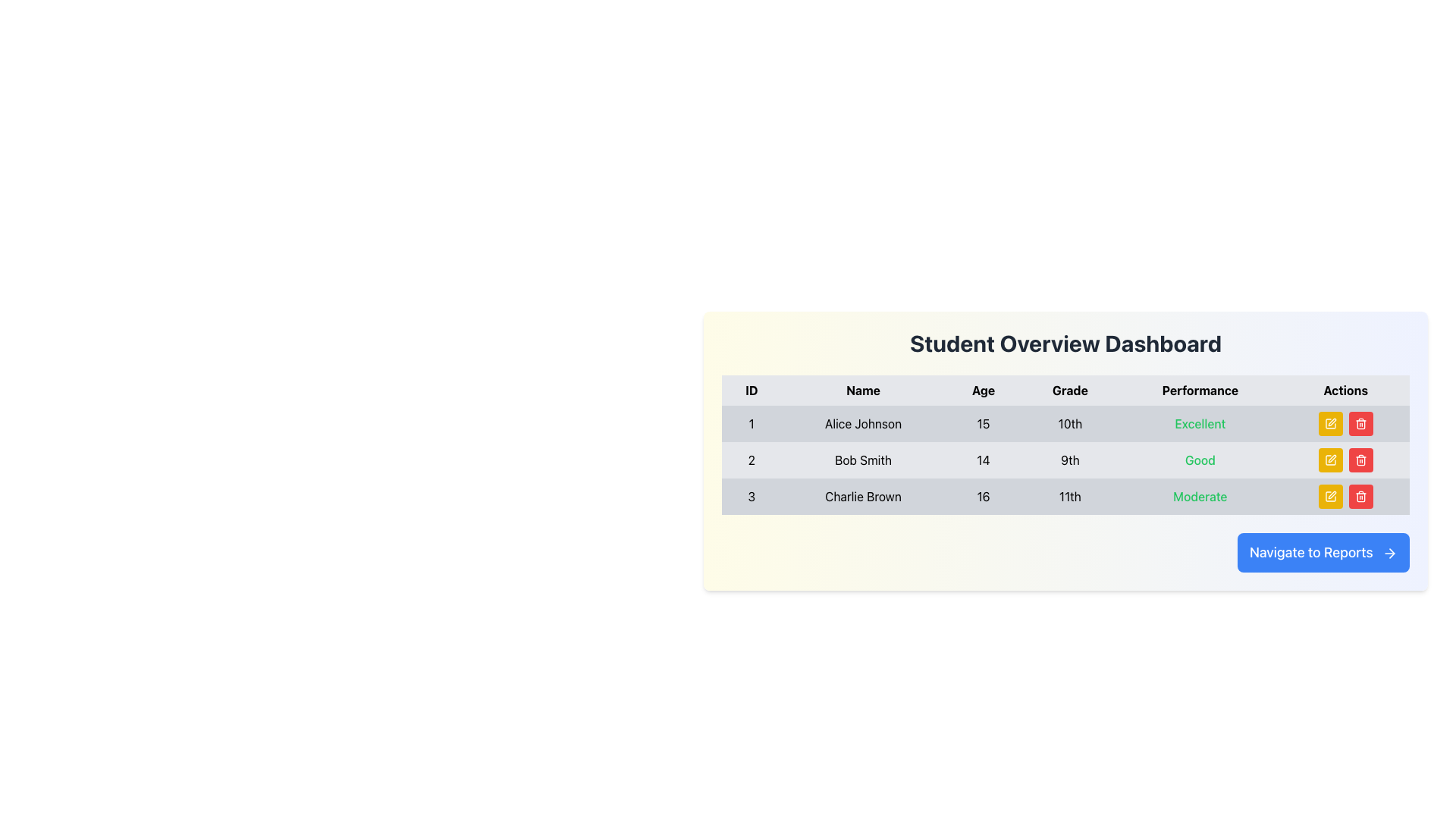  What do you see at coordinates (863, 459) in the screenshot?
I see `text 'Bob Smith' displayed in bold, centrally-aligned black text within the second column of the second row under the 'Name' header in the Student Overview Dashboard table` at bounding box center [863, 459].